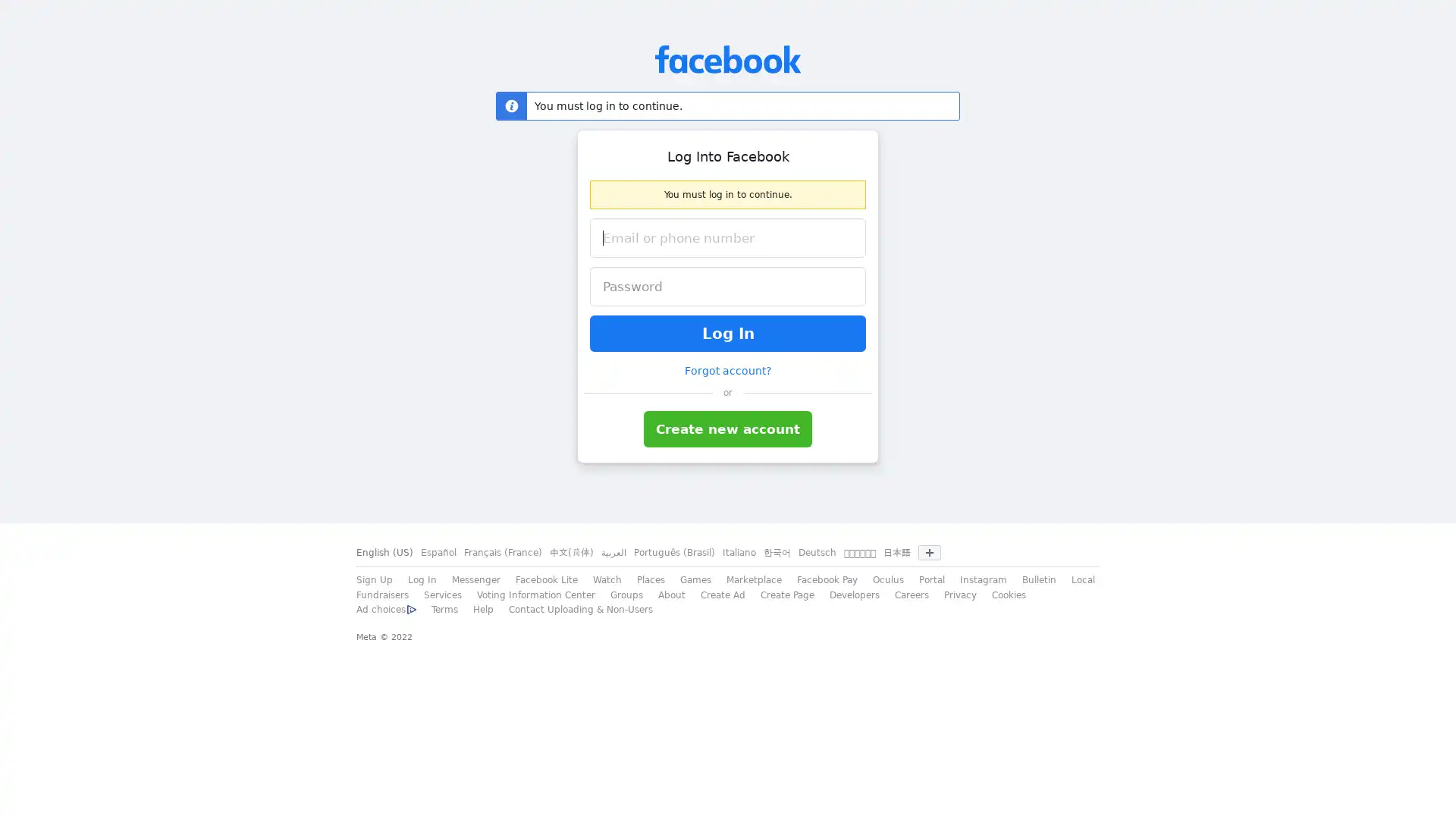 The width and height of the screenshot is (1456, 819). What do you see at coordinates (928, 553) in the screenshot?
I see `Show more languages` at bounding box center [928, 553].